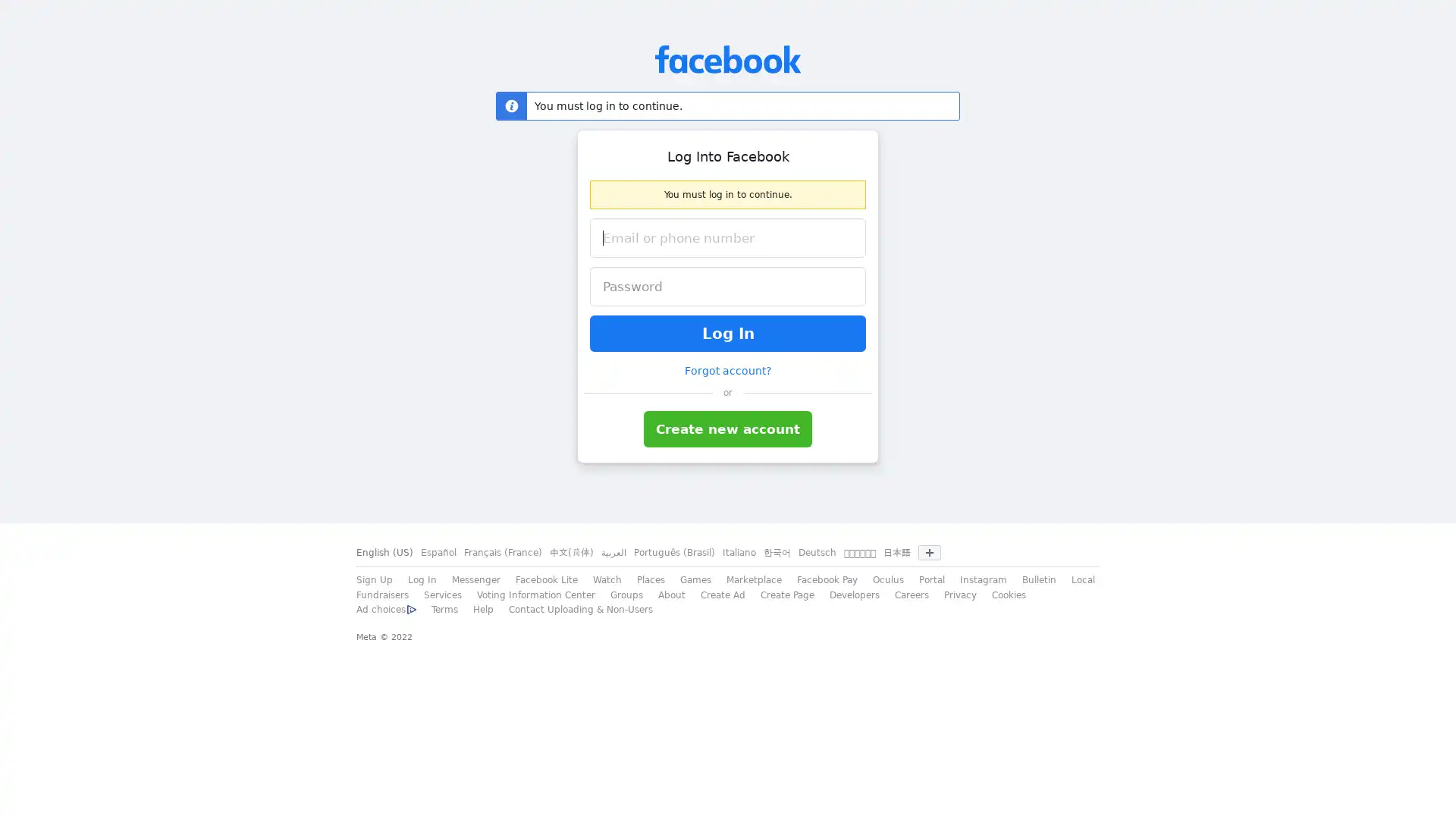 The width and height of the screenshot is (1456, 819). What do you see at coordinates (928, 553) in the screenshot?
I see `Show more languages` at bounding box center [928, 553].